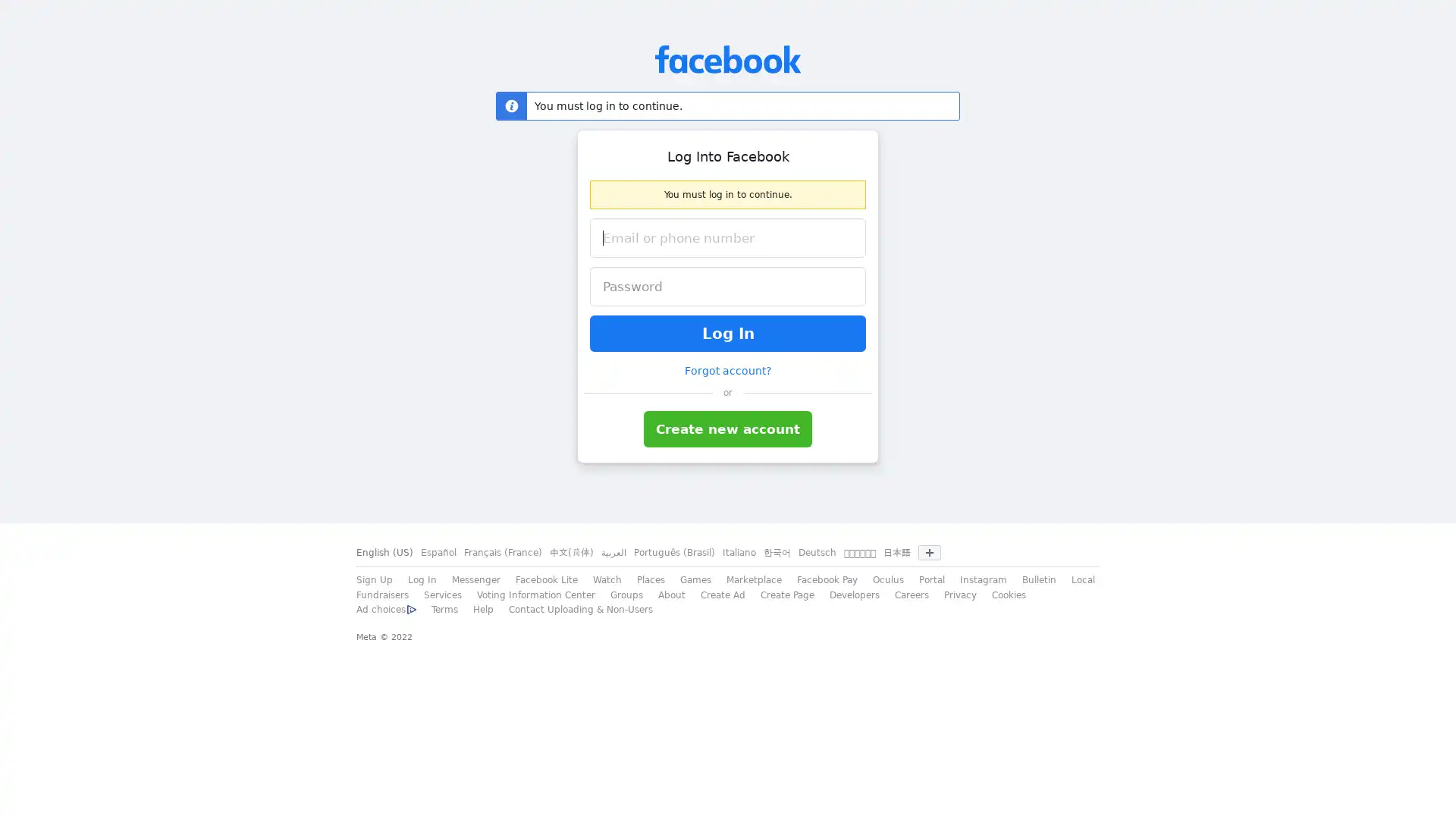 The width and height of the screenshot is (1456, 819). What do you see at coordinates (928, 553) in the screenshot?
I see `Show more languages` at bounding box center [928, 553].